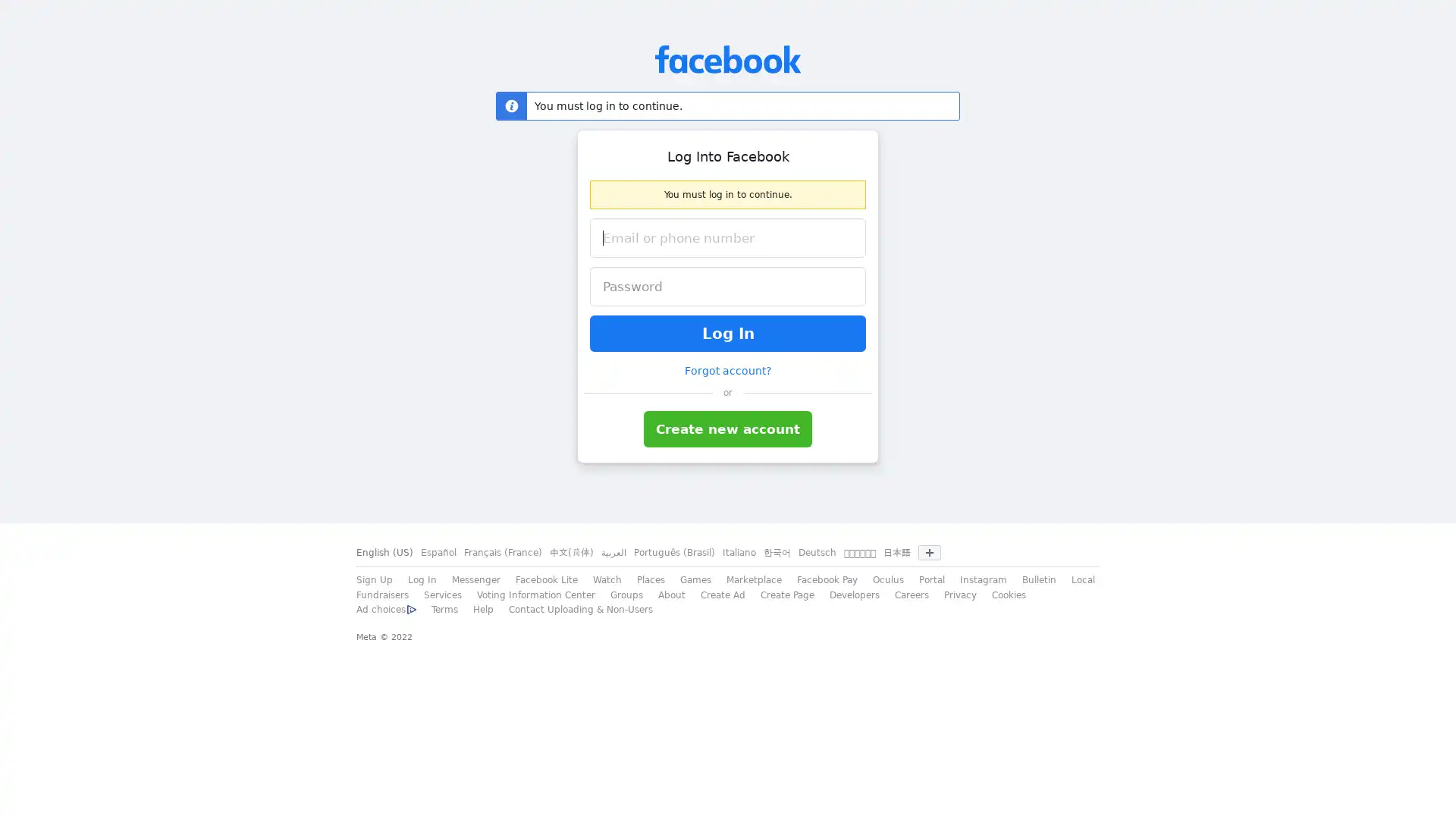 The width and height of the screenshot is (1456, 819). What do you see at coordinates (928, 553) in the screenshot?
I see `Show more languages` at bounding box center [928, 553].